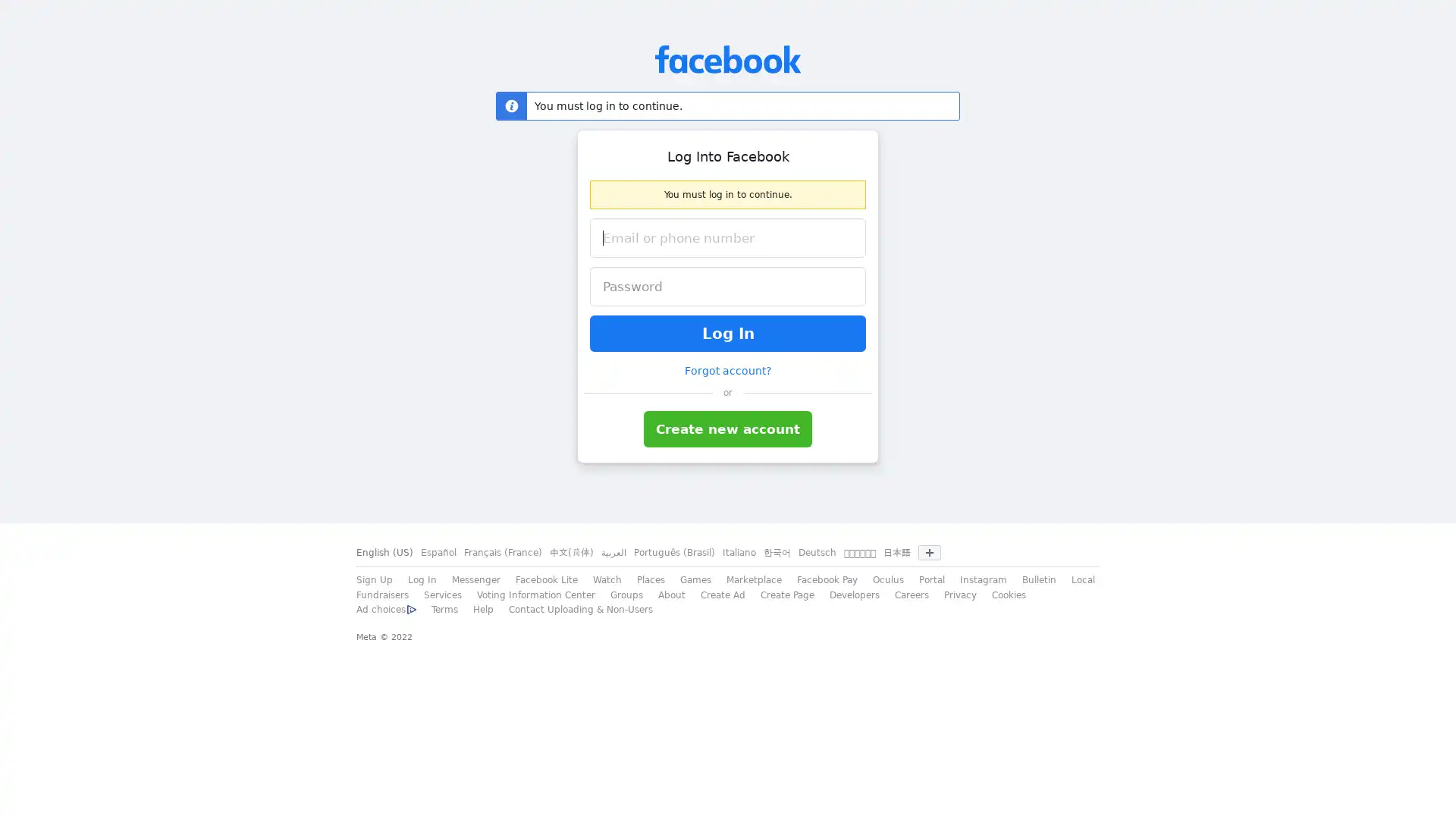 The width and height of the screenshot is (1456, 819). What do you see at coordinates (928, 553) in the screenshot?
I see `Show more languages` at bounding box center [928, 553].